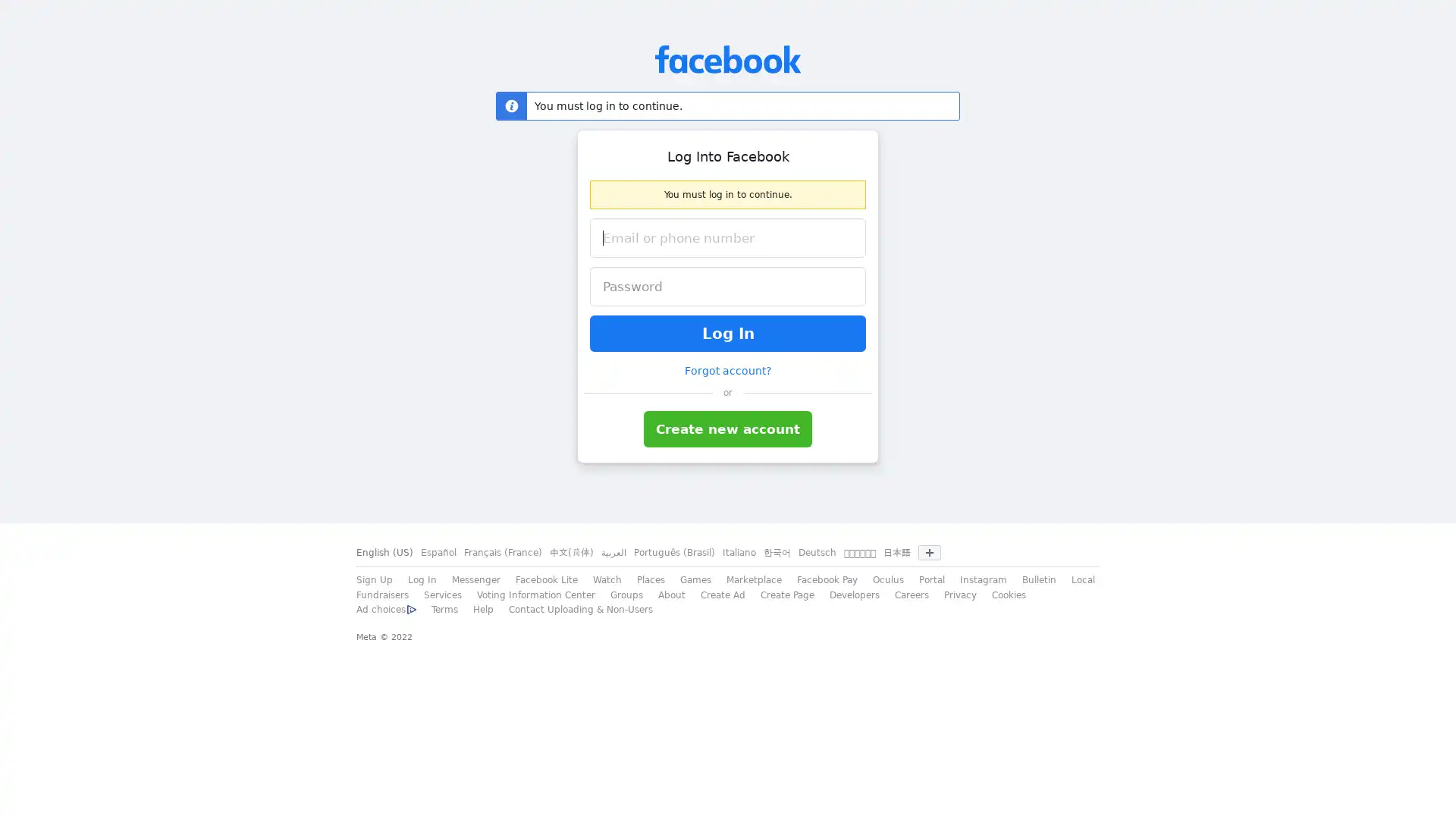 The width and height of the screenshot is (1456, 819). What do you see at coordinates (928, 553) in the screenshot?
I see `Show more languages` at bounding box center [928, 553].